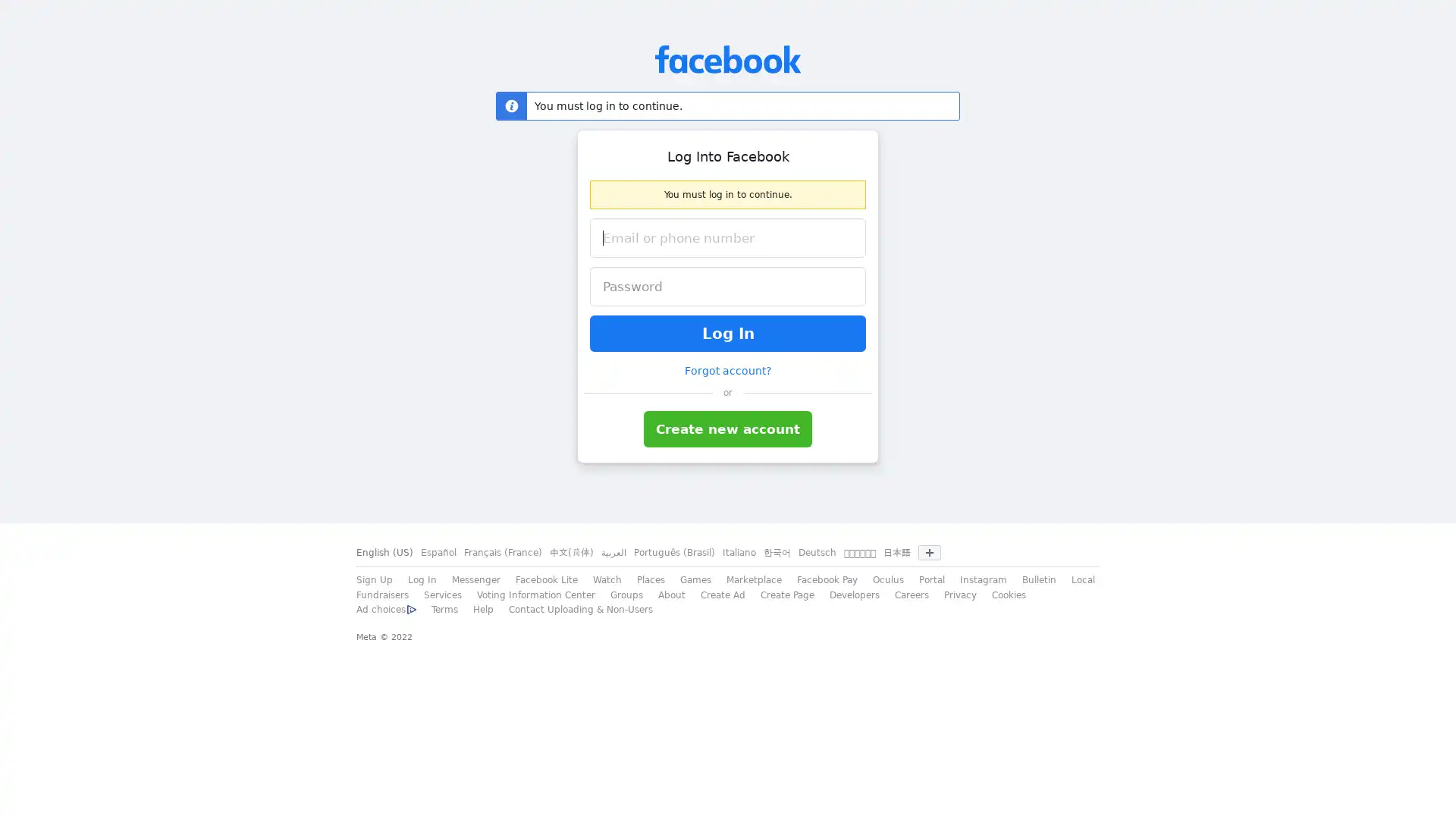 The width and height of the screenshot is (1456, 819). What do you see at coordinates (928, 553) in the screenshot?
I see `Show more languages` at bounding box center [928, 553].